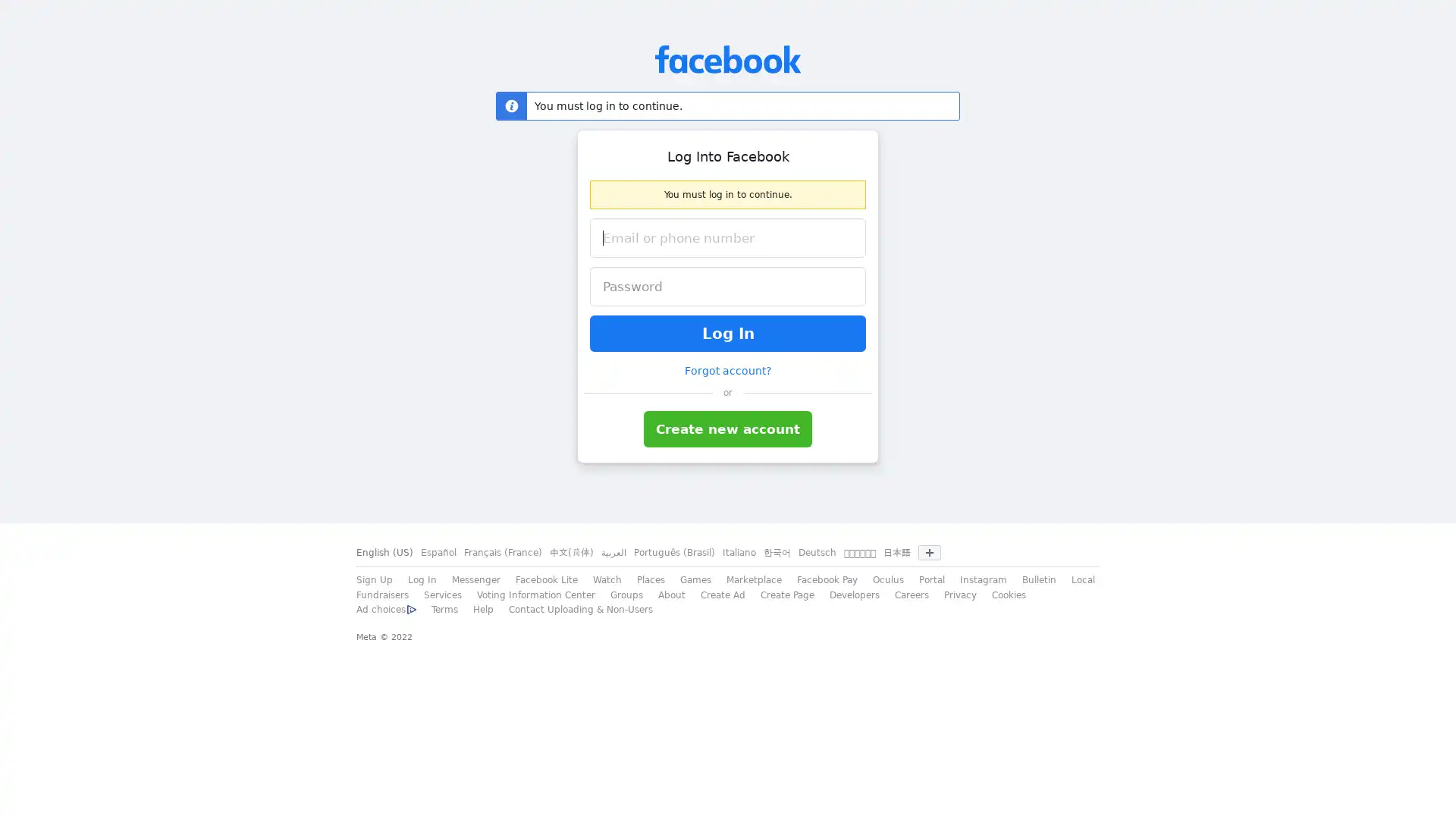 The width and height of the screenshot is (1456, 819). What do you see at coordinates (928, 553) in the screenshot?
I see `Show more languages` at bounding box center [928, 553].